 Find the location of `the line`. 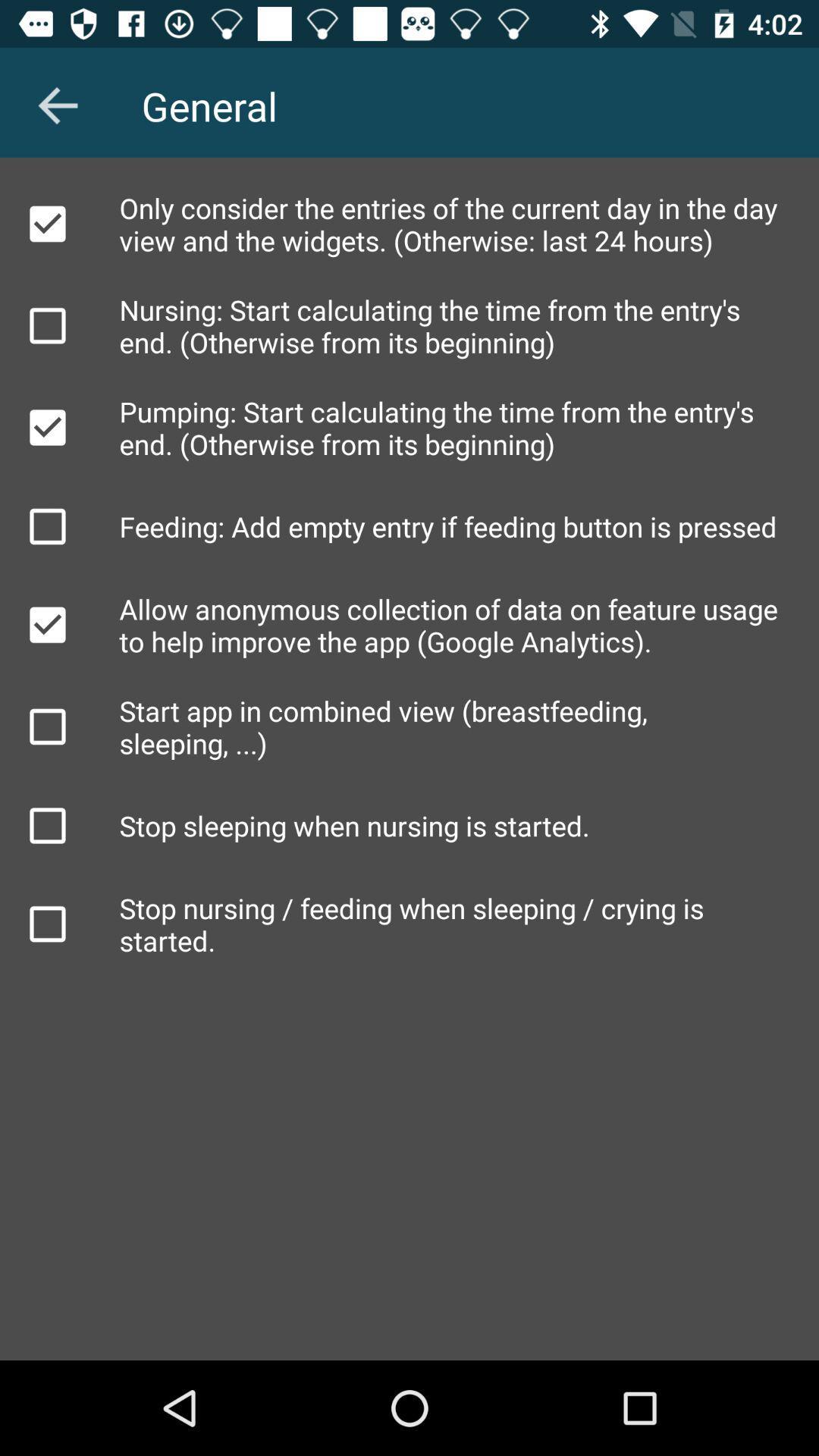

the line is located at coordinates (46, 223).